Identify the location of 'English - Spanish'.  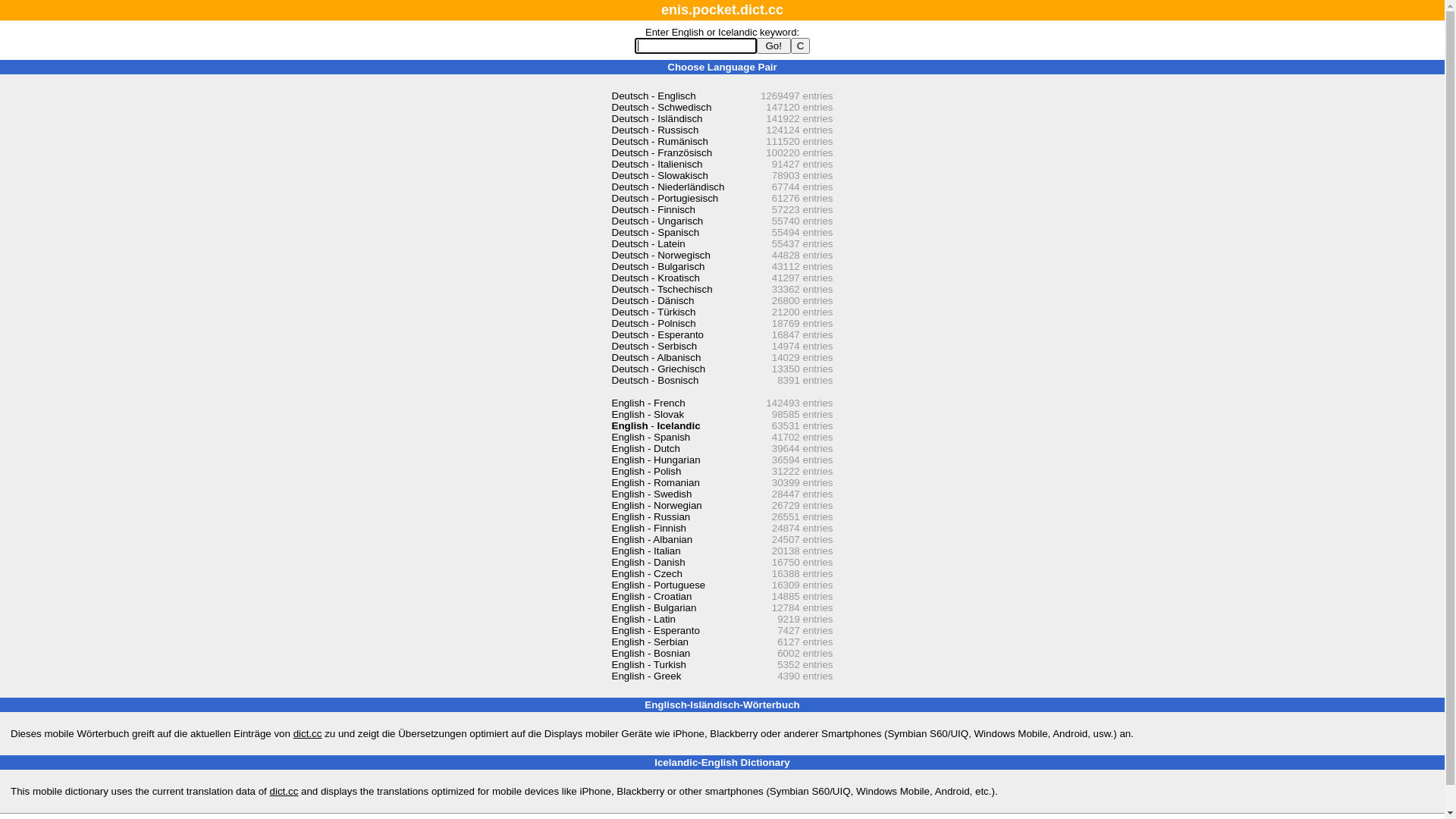
(651, 437).